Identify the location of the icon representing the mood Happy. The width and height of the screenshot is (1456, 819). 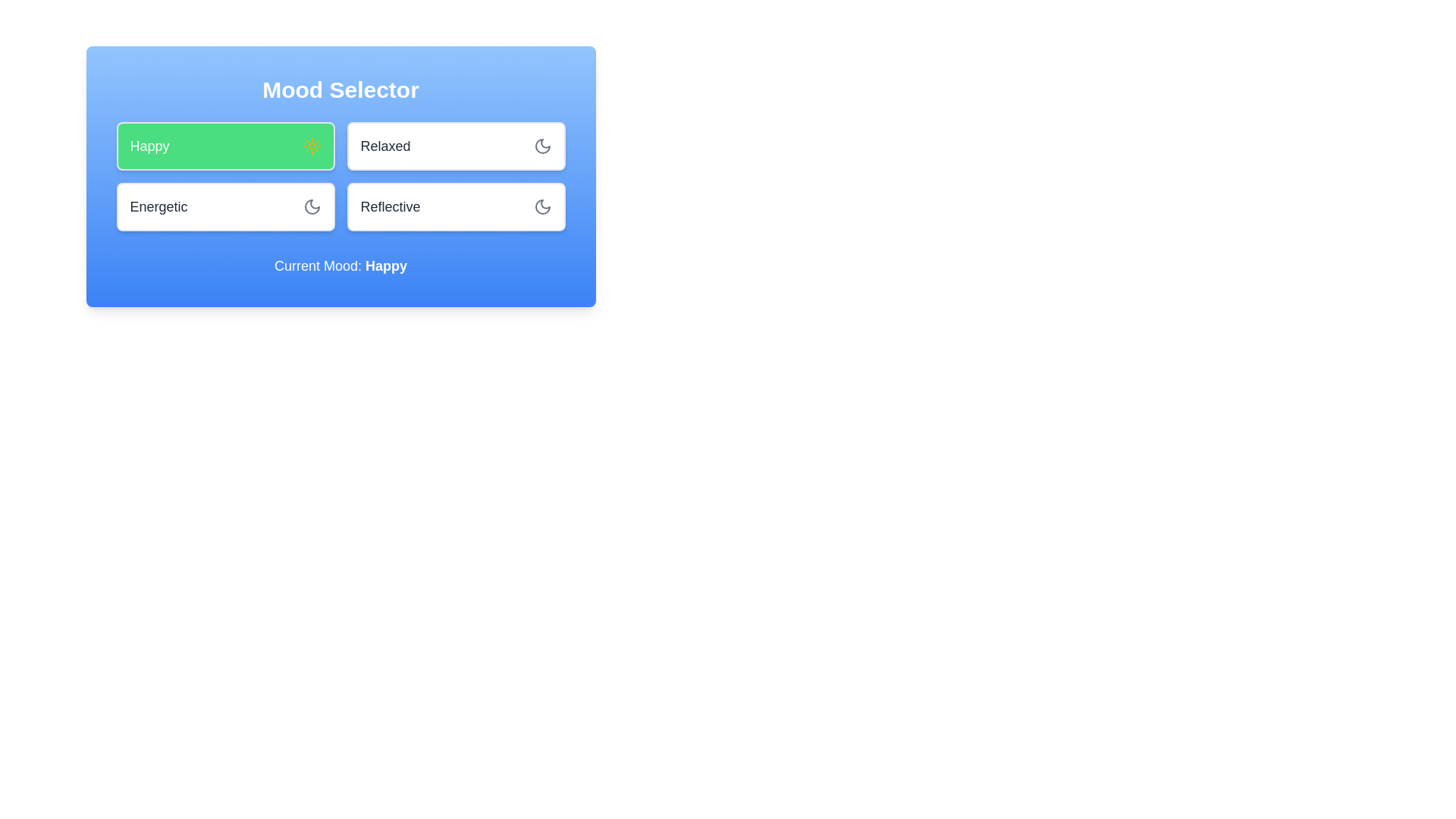
(311, 146).